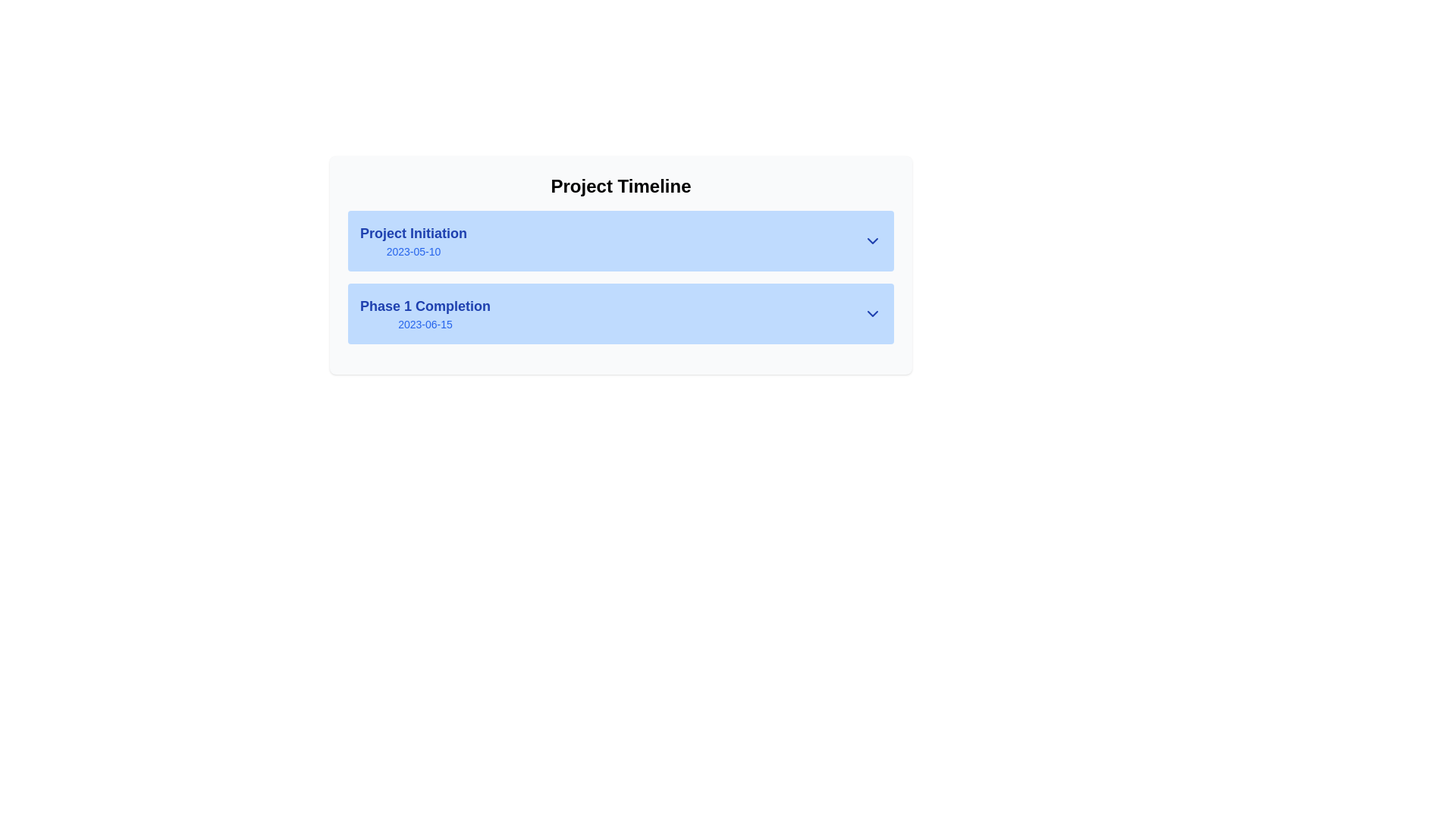  I want to click on the Text label that denotes the completion of Phase 1 in the Project Timeline, which is the second entry in a vertical list below 'Project Initiation', so click(425, 312).